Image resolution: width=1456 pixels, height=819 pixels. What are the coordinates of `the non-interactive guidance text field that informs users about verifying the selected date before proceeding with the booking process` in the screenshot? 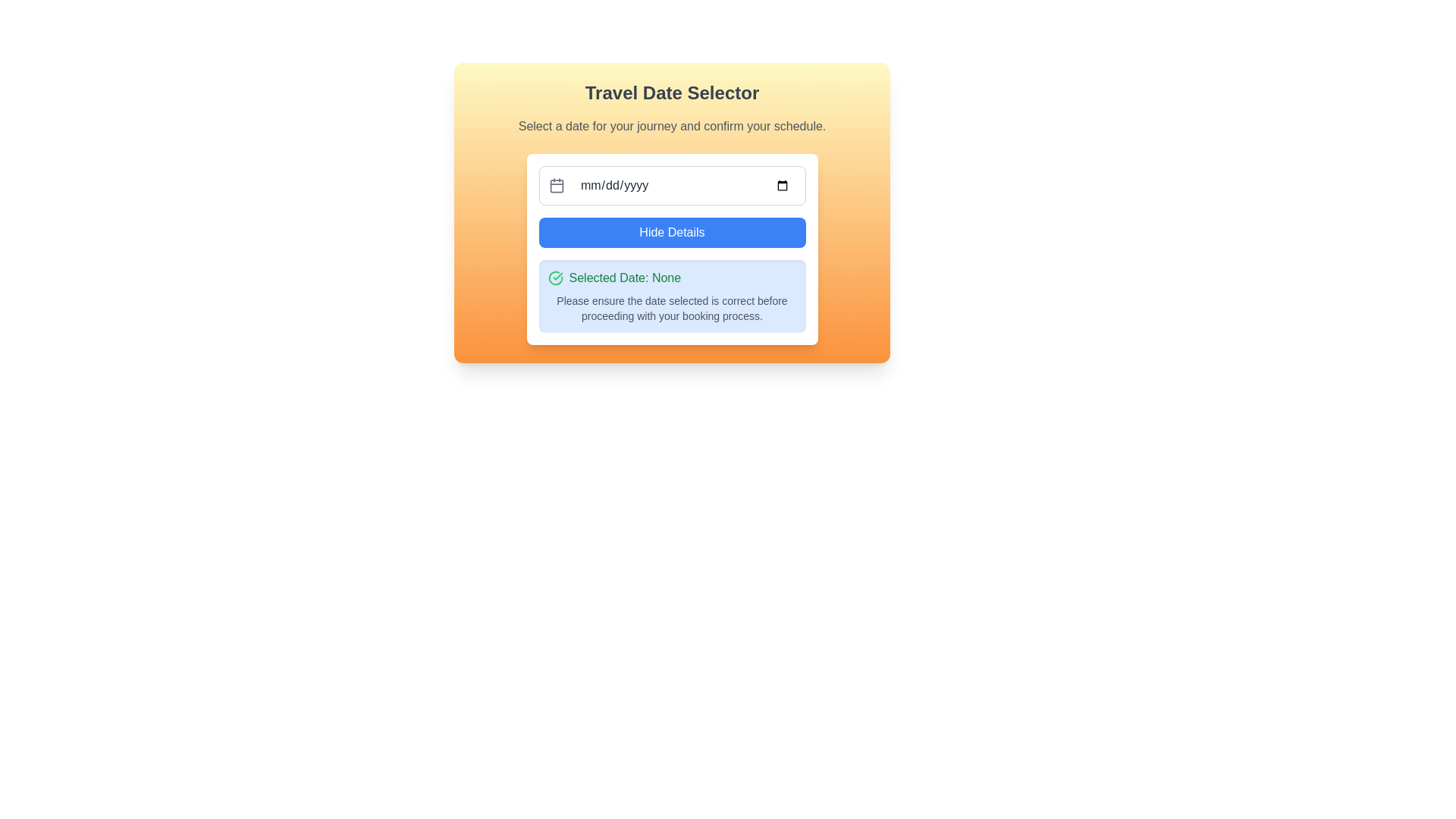 It's located at (671, 308).